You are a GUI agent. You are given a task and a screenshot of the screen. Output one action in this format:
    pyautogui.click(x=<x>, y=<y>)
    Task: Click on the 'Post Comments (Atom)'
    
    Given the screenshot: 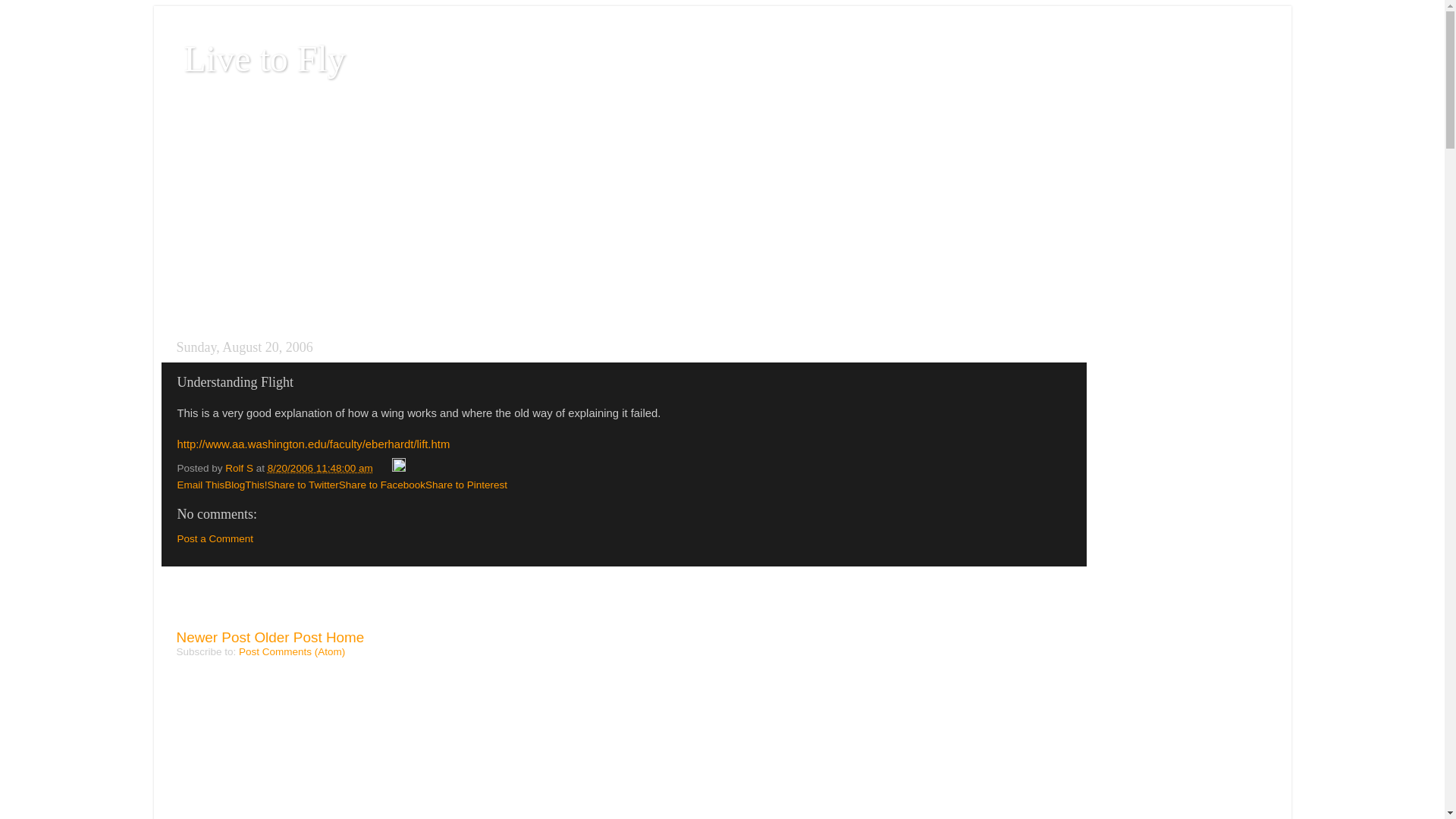 What is the action you would take?
    pyautogui.click(x=291, y=651)
    